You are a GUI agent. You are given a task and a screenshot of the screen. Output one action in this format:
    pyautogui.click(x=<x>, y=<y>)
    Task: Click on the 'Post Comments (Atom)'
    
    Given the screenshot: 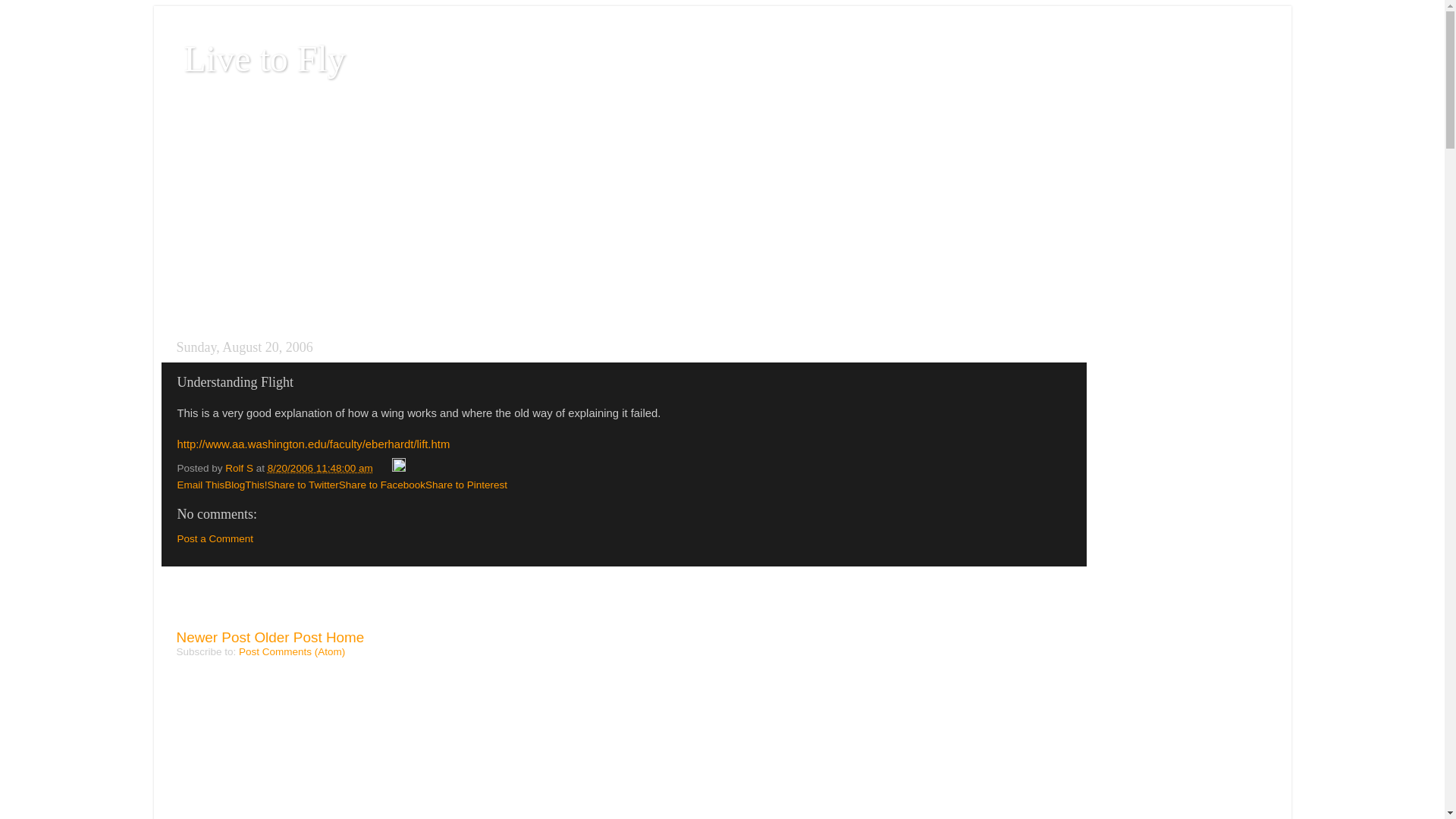 What is the action you would take?
    pyautogui.click(x=291, y=651)
    